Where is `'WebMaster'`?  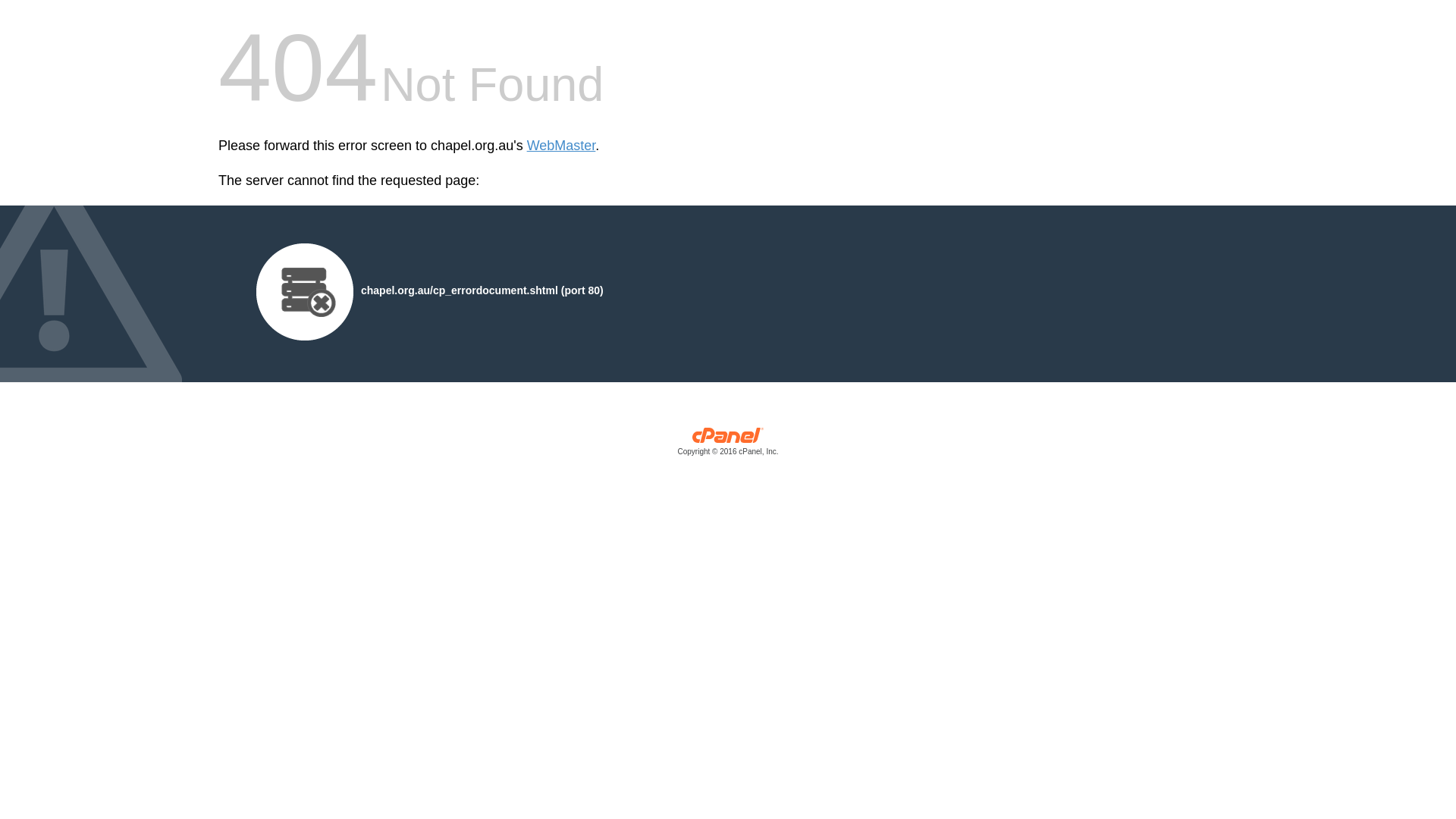
'WebMaster' is located at coordinates (560, 146).